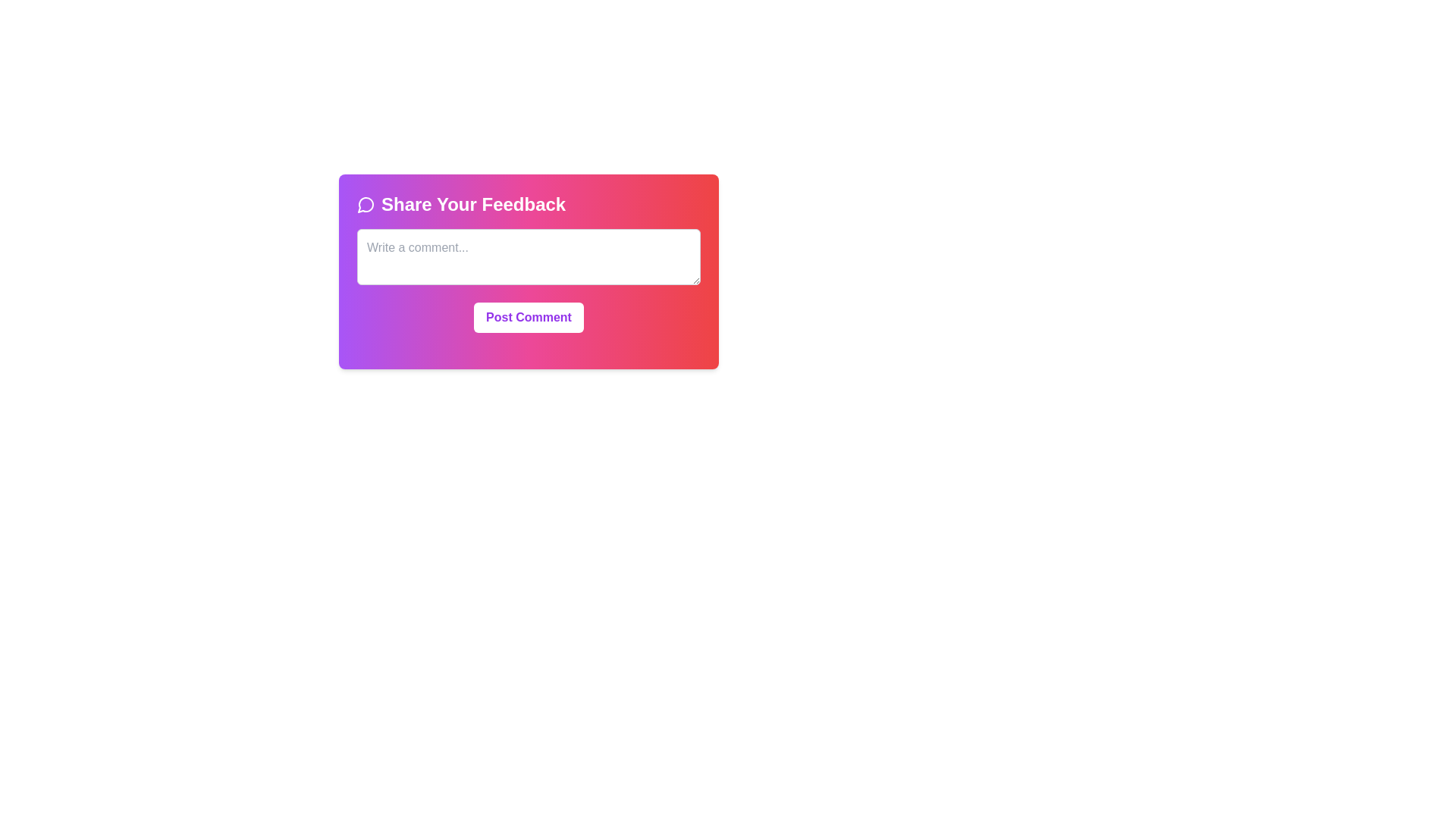  What do you see at coordinates (529, 271) in the screenshot?
I see `the input field of the Interactive feedback form with the placeholder text 'Write a comment...' for typing` at bounding box center [529, 271].